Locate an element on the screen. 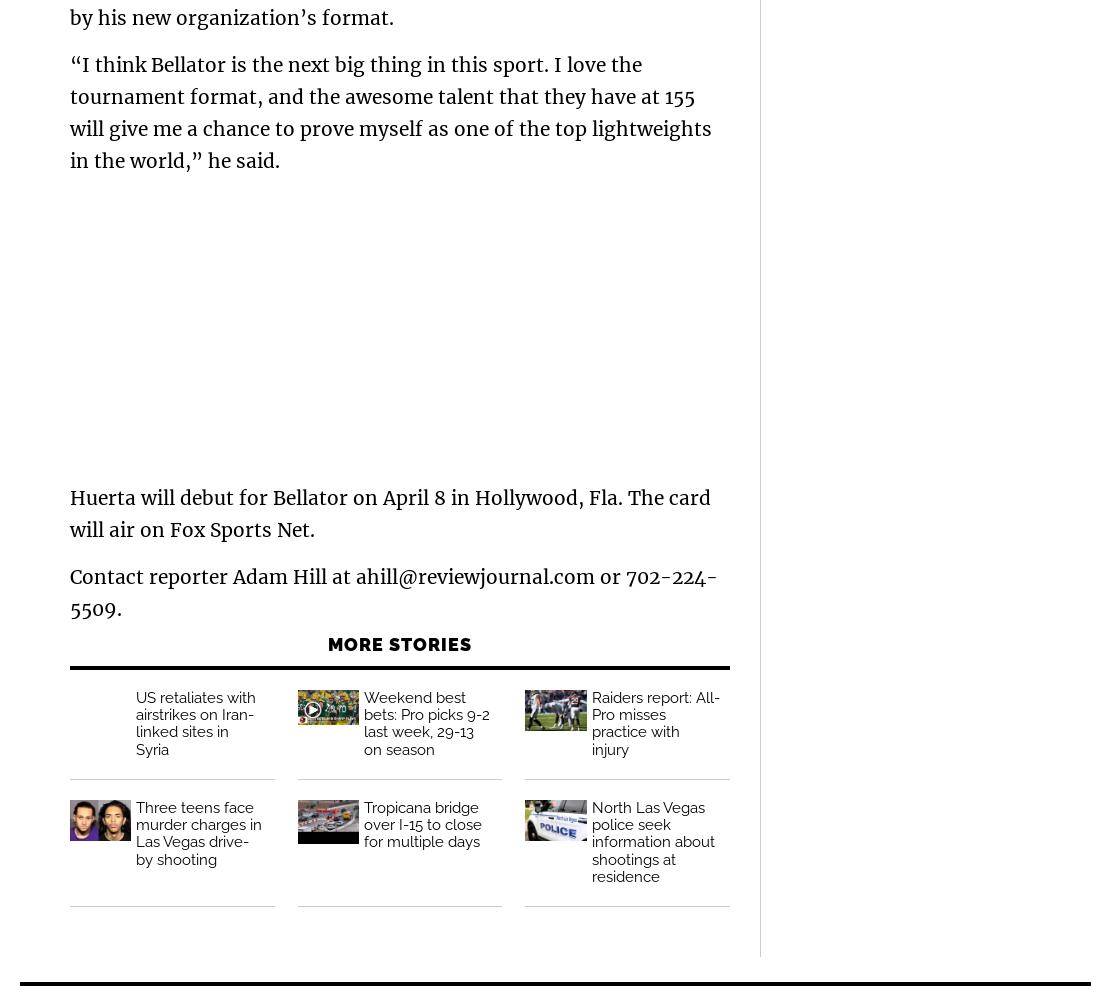 Image resolution: width=1111 pixels, height=995 pixels. 'Raiders report: All-Pro misses practice with injury' is located at coordinates (655, 722).